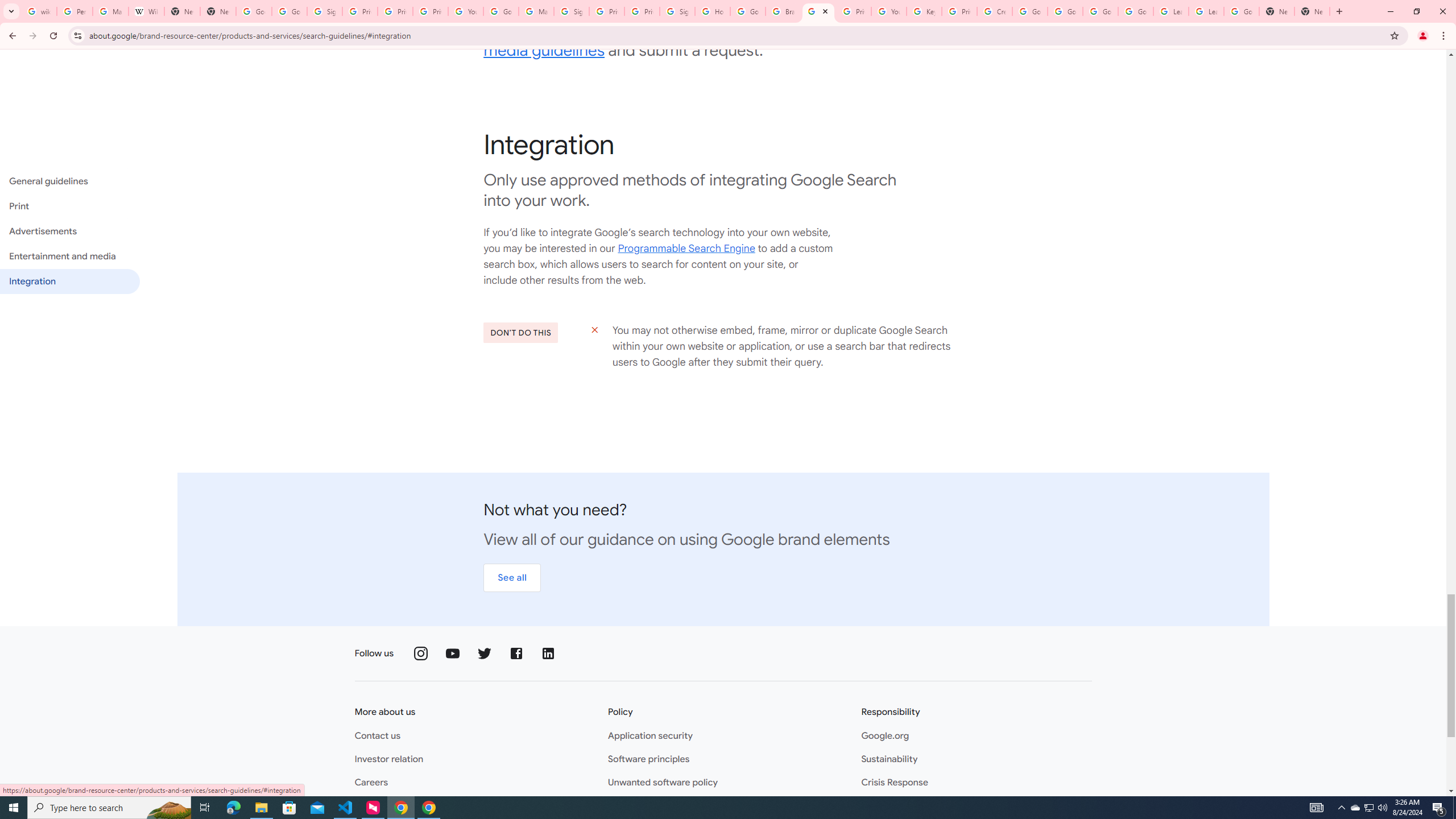  What do you see at coordinates (74, 11) in the screenshot?
I see `'Personalization & Google Search results - Google Search Help'` at bounding box center [74, 11].